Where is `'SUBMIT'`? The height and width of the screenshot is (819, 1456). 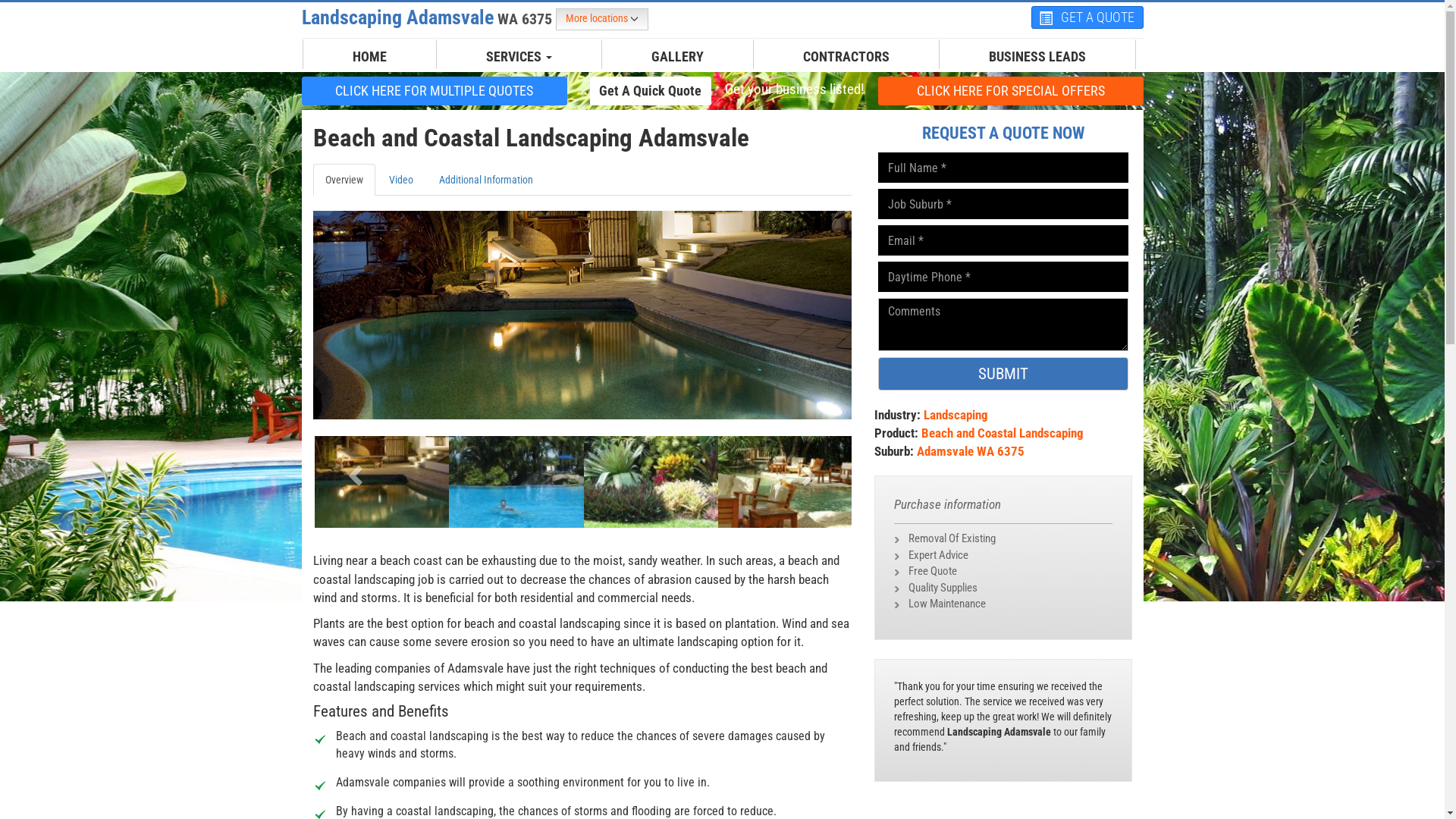 'SUBMIT' is located at coordinates (1003, 374).